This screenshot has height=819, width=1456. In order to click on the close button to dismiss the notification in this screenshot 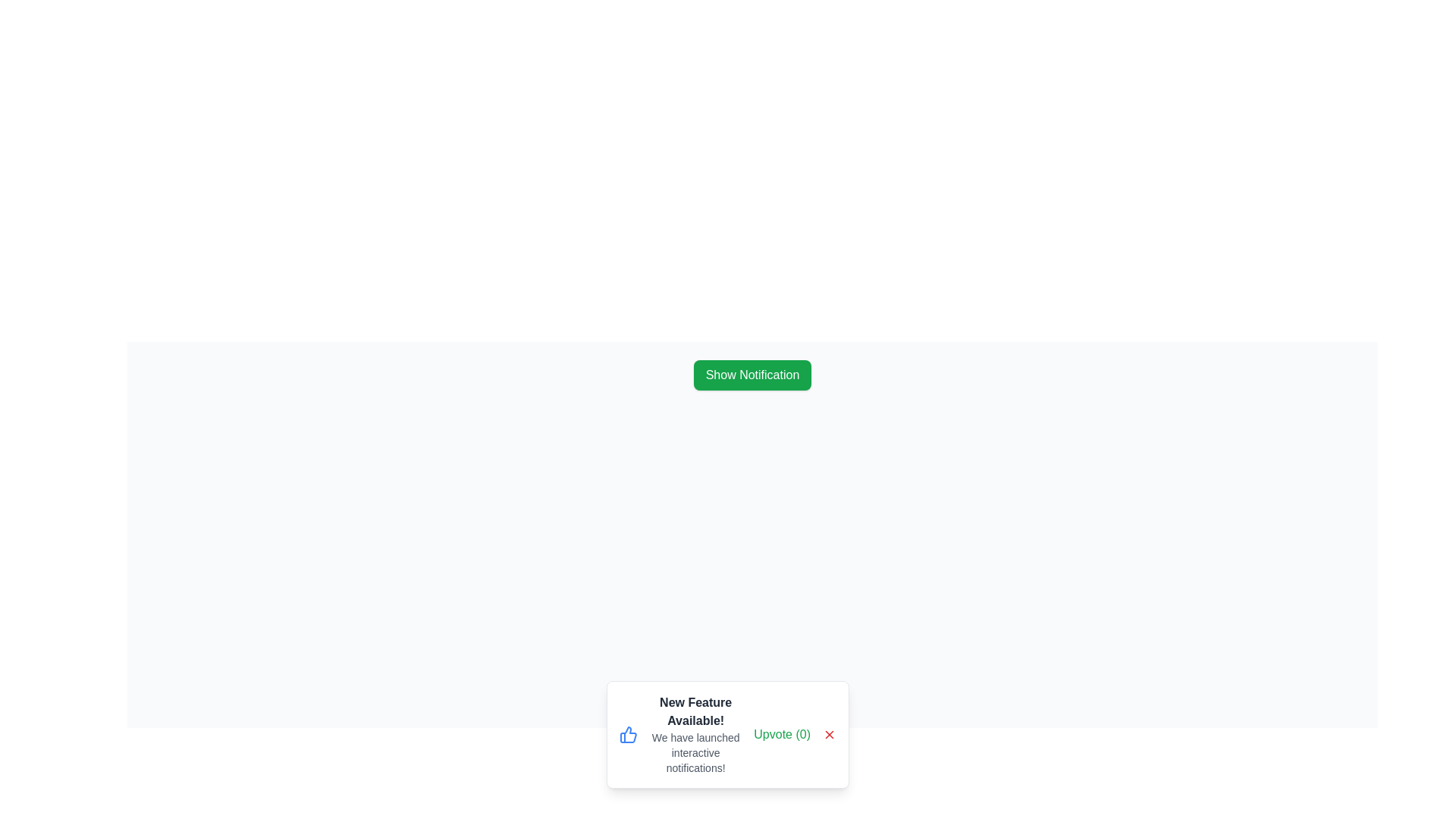, I will do `click(829, 733)`.